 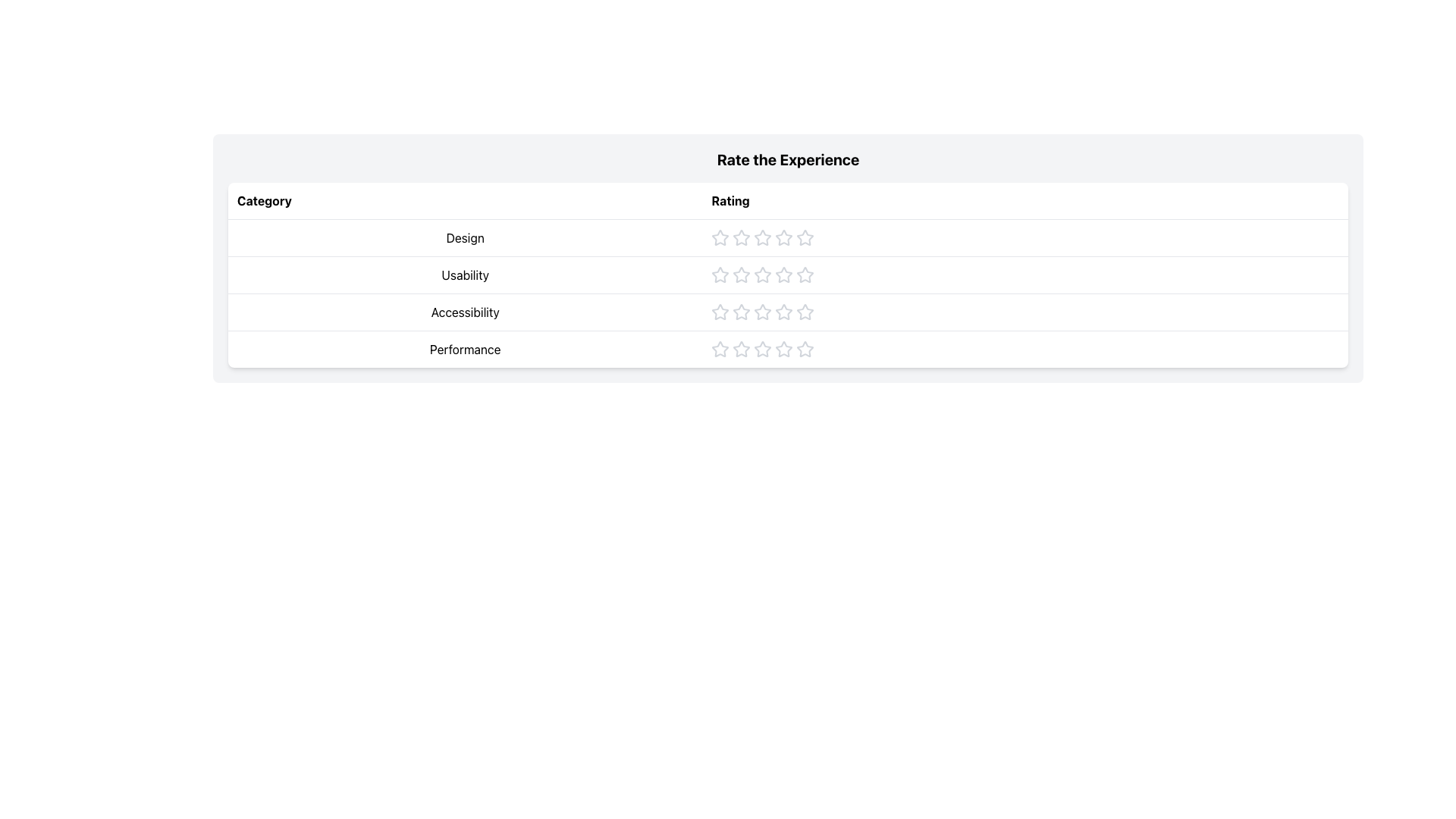 What do you see at coordinates (805, 312) in the screenshot?
I see `the fifth star in the 'Accessibility' row of the 'Rate the Experience' table` at bounding box center [805, 312].